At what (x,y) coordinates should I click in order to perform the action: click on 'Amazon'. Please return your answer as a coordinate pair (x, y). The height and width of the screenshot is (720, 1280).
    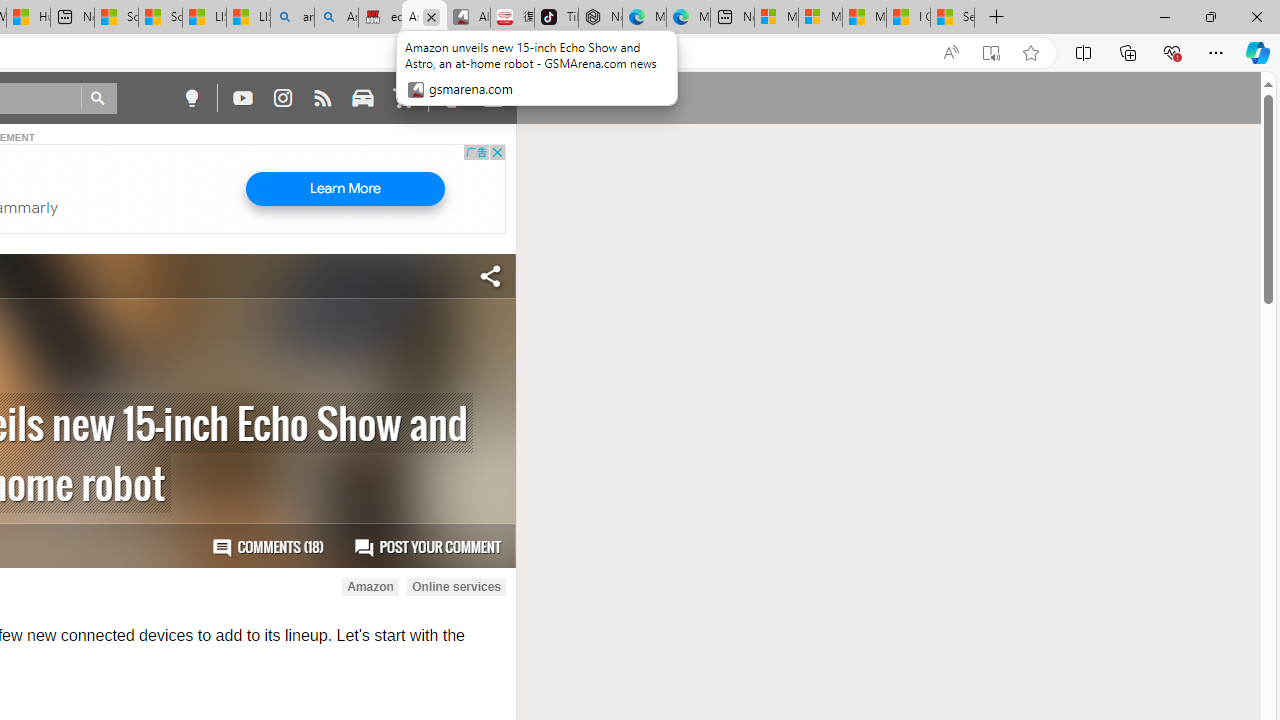
    Looking at the image, I should click on (370, 586).